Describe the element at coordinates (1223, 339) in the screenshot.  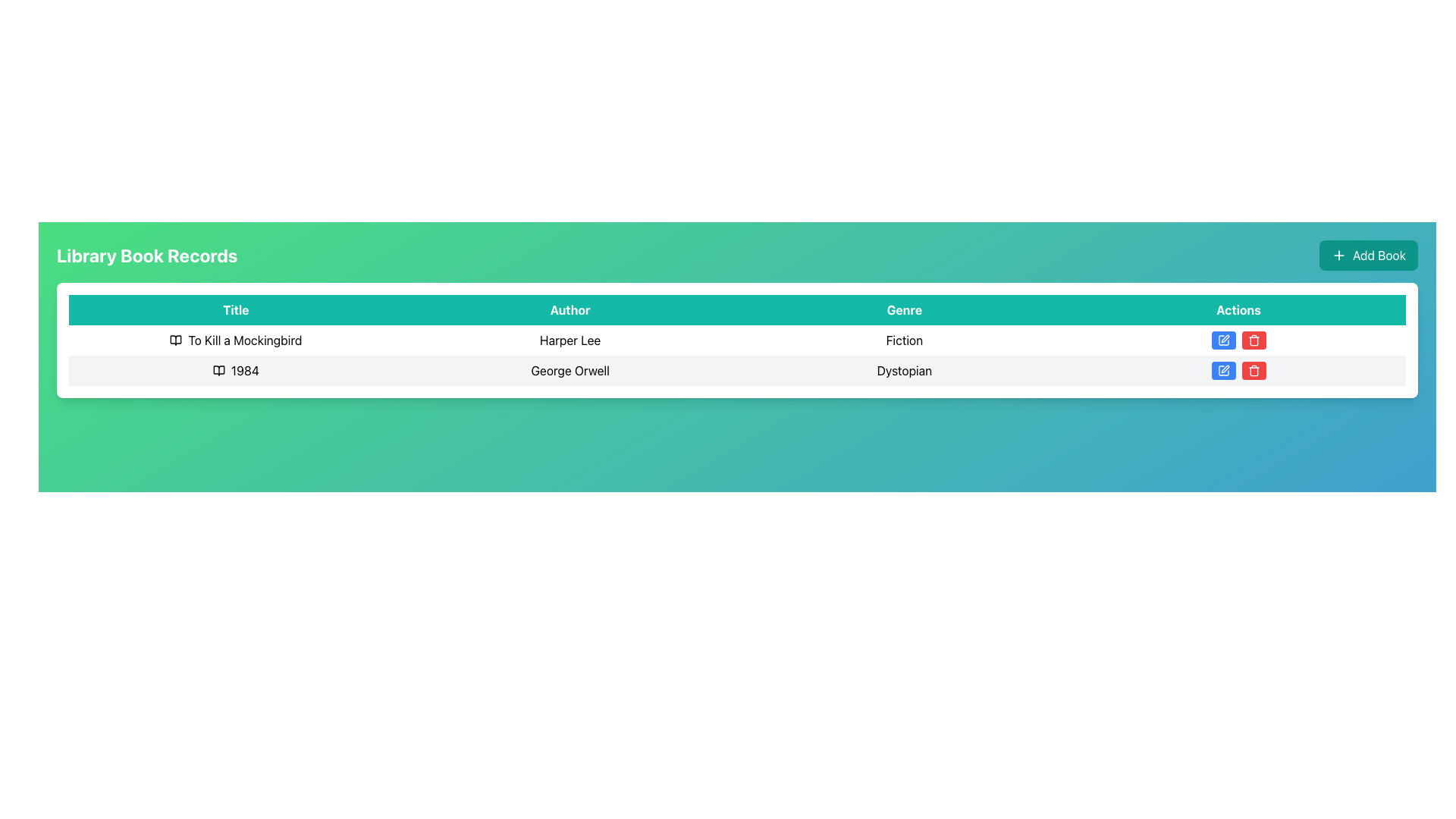
I see `the edit icon button located in the Actions column of the table for the book title '1984'` at that location.